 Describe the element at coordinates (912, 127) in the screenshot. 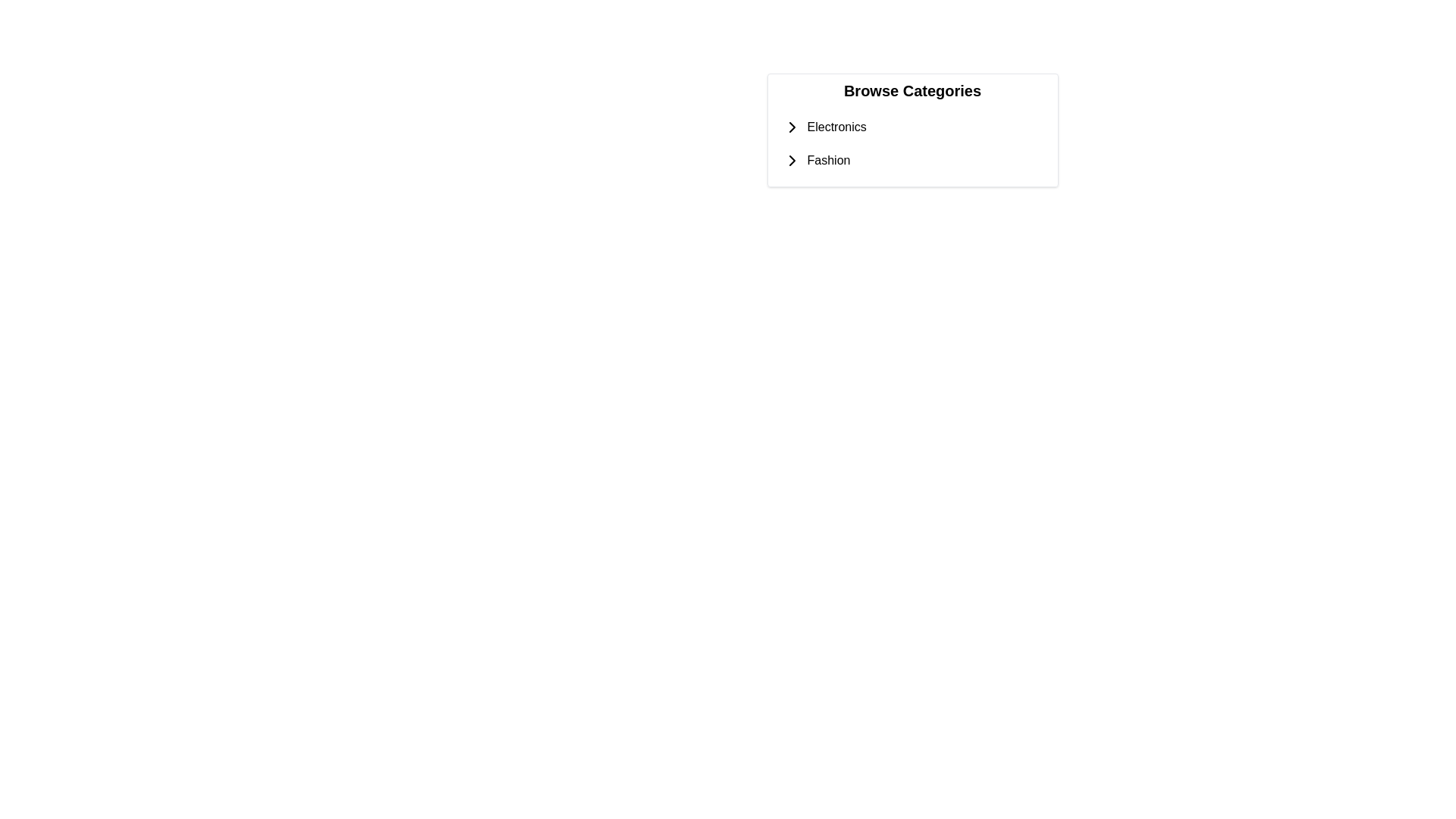

I see `the 'Electronics' text label` at that location.